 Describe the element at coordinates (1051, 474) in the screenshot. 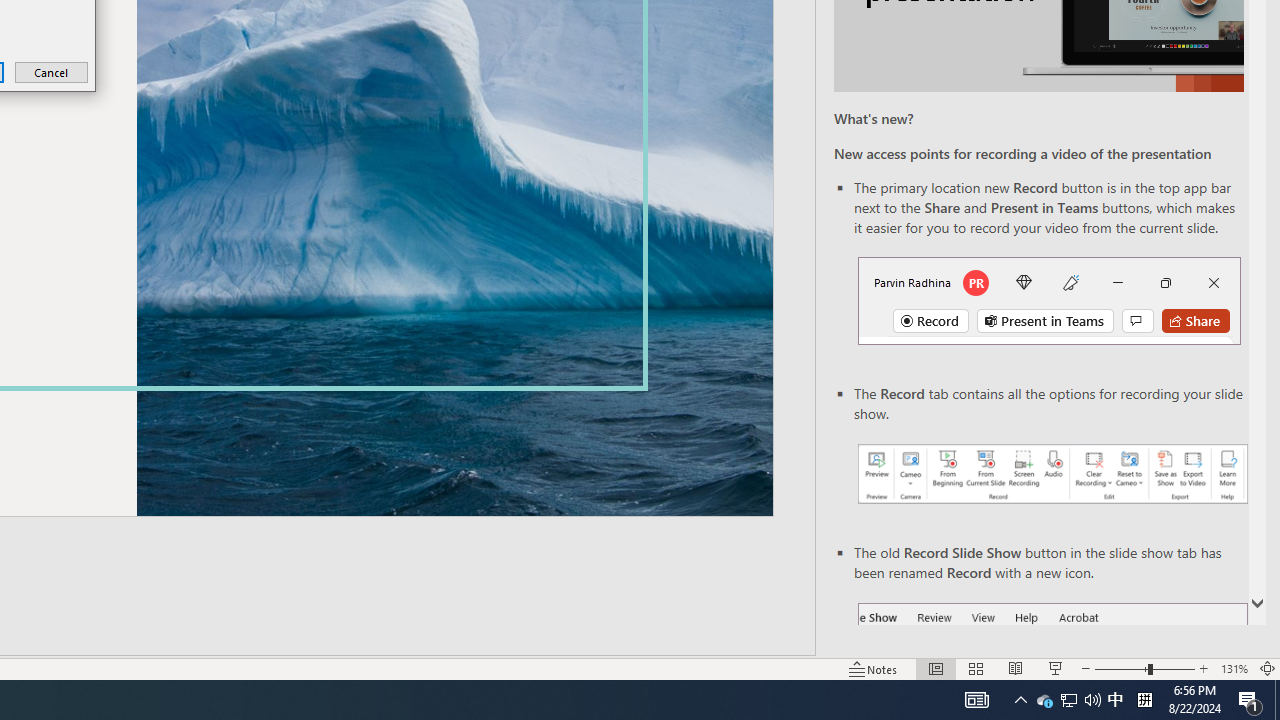

I see `'Record your presentations screenshot one'` at that location.